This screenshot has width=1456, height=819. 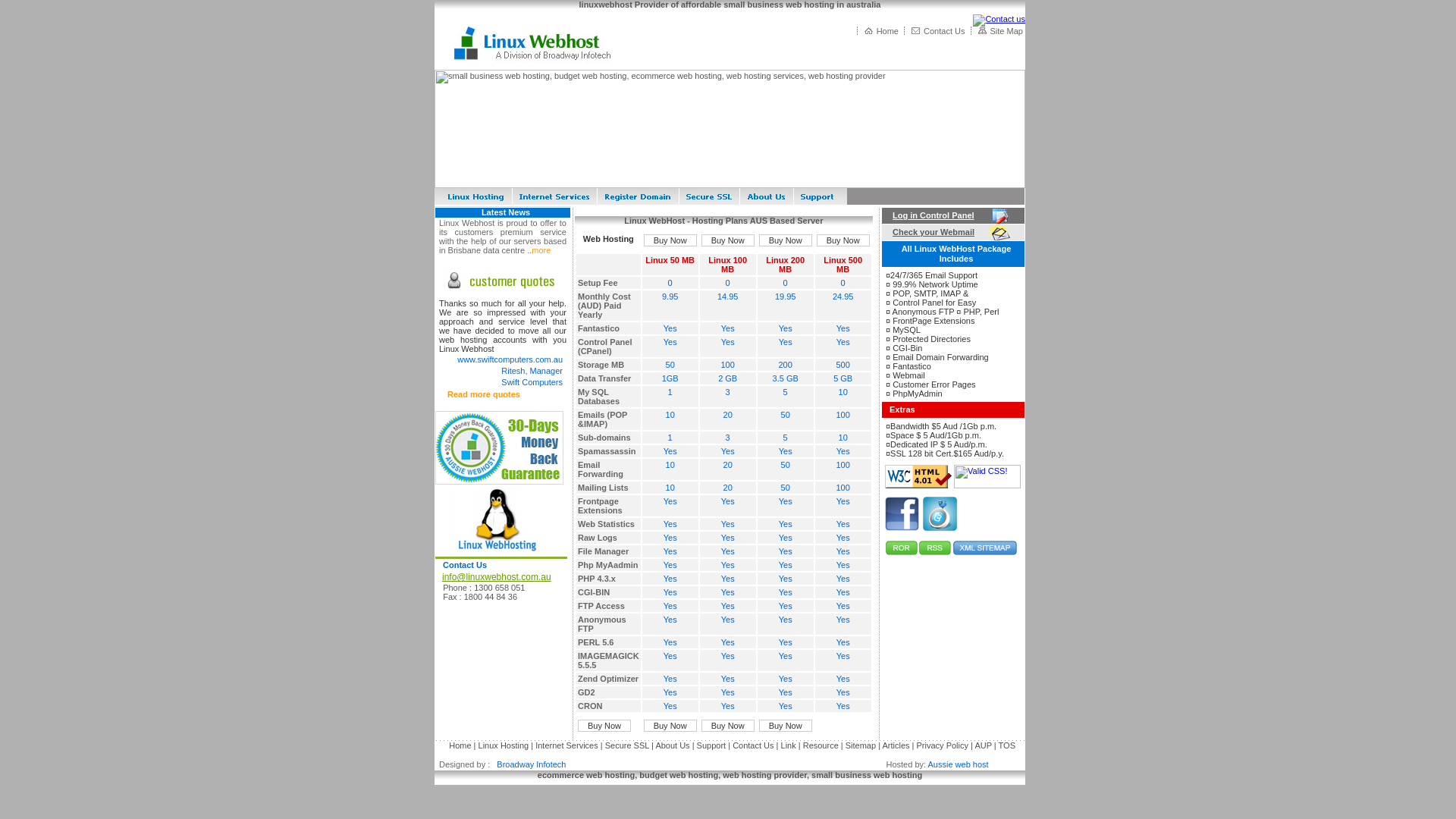 I want to click on 'Check your Webmail', so click(x=884, y=231).